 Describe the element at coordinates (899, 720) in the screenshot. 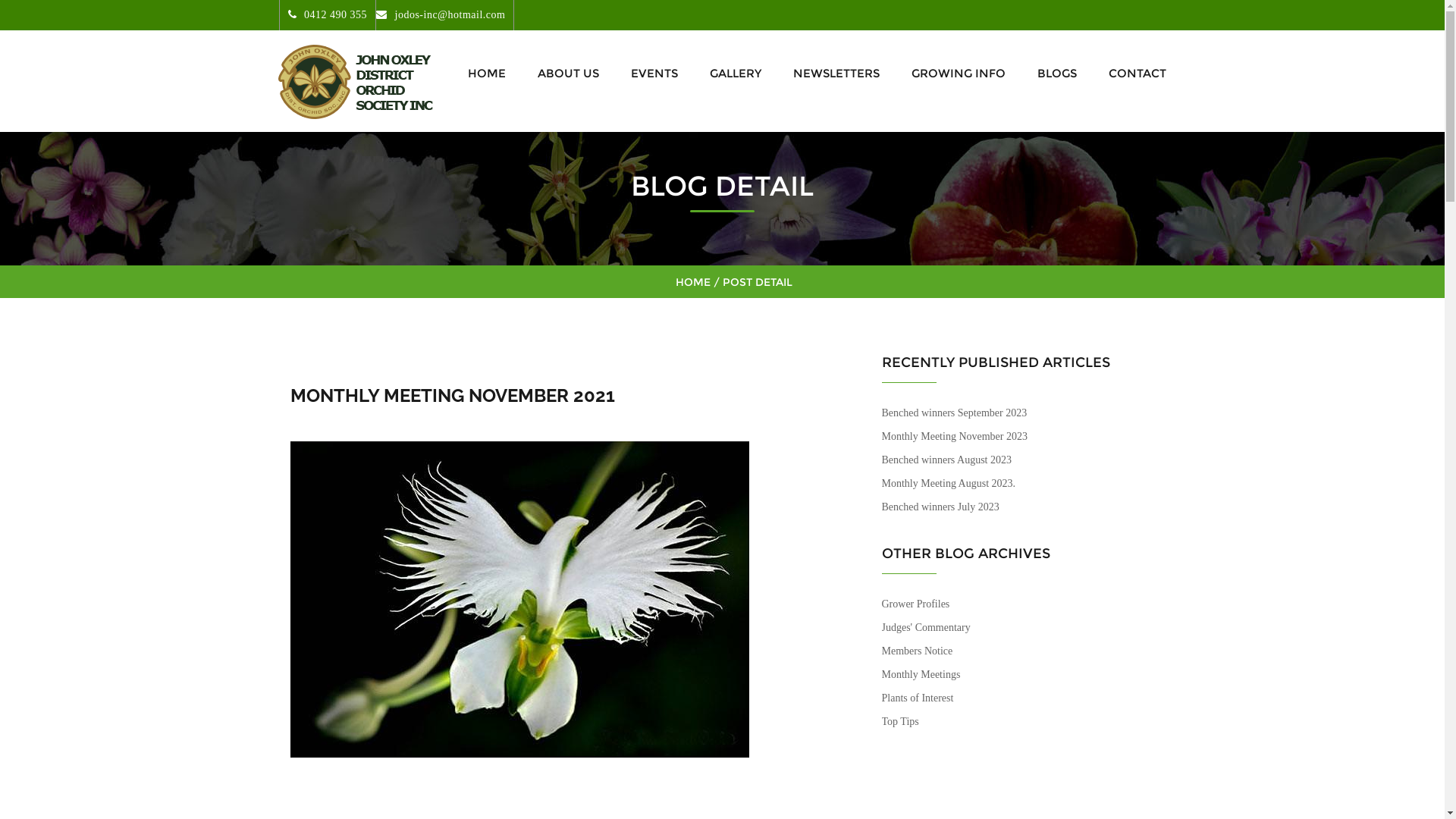

I see `'Top Tips'` at that location.